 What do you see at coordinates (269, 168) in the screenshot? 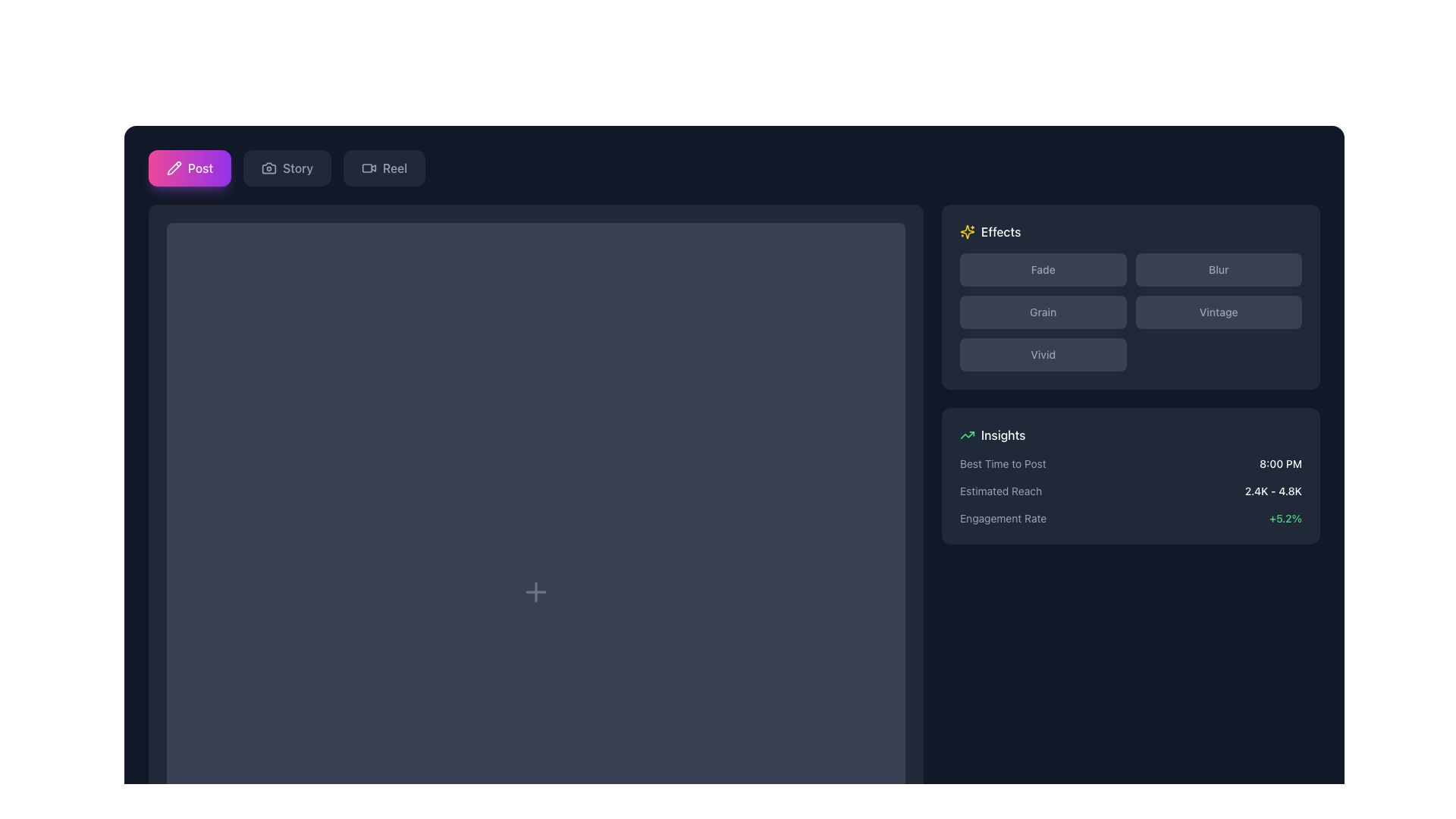
I see `the 'Story' button located at the top left of the interface, which features a camera icon to the left of the text label 'Story'` at bounding box center [269, 168].